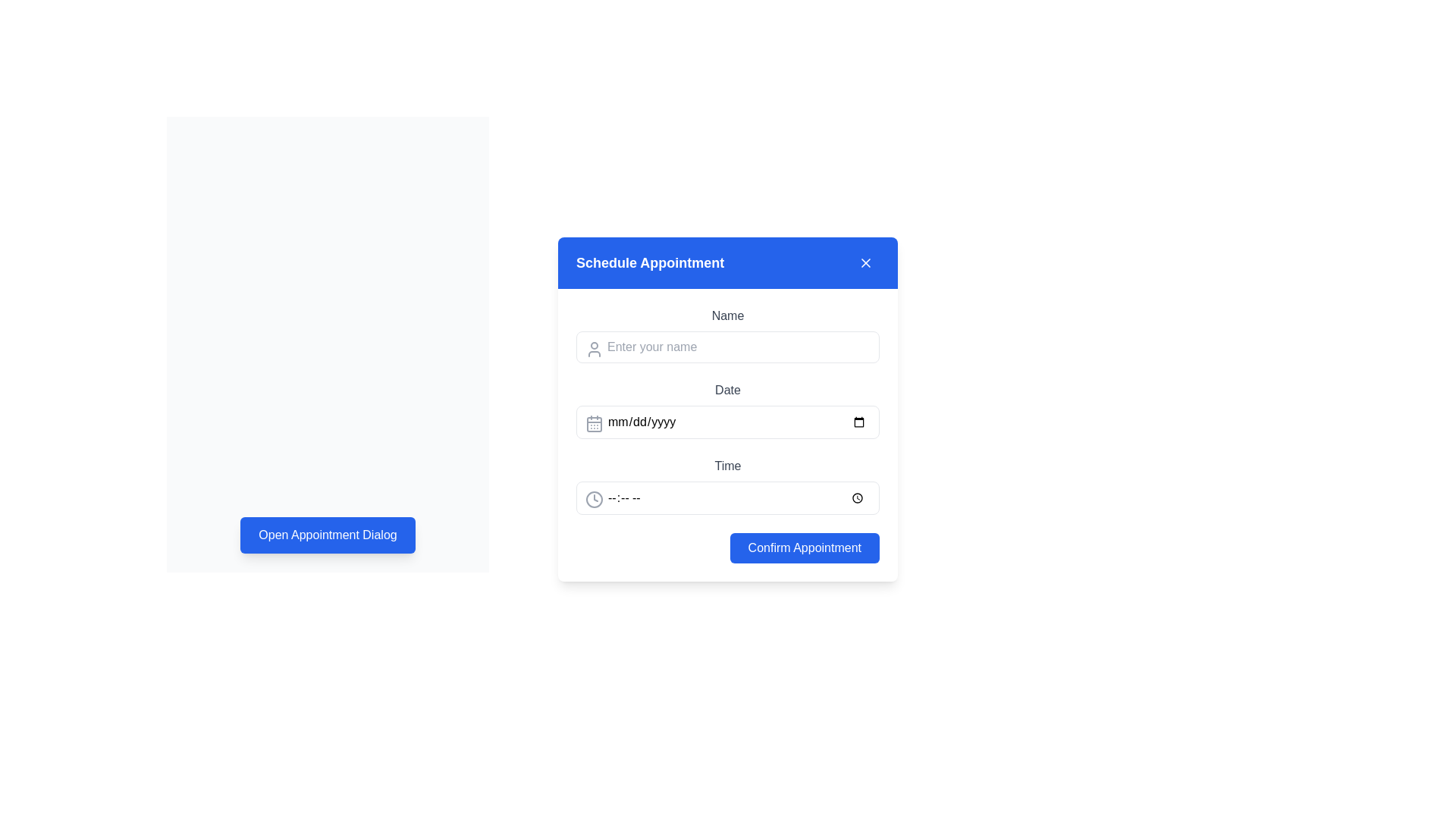 The image size is (1456, 819). What do you see at coordinates (728, 485) in the screenshot?
I see `the Time picker component in the 'Schedule Appointment' dialog` at bounding box center [728, 485].